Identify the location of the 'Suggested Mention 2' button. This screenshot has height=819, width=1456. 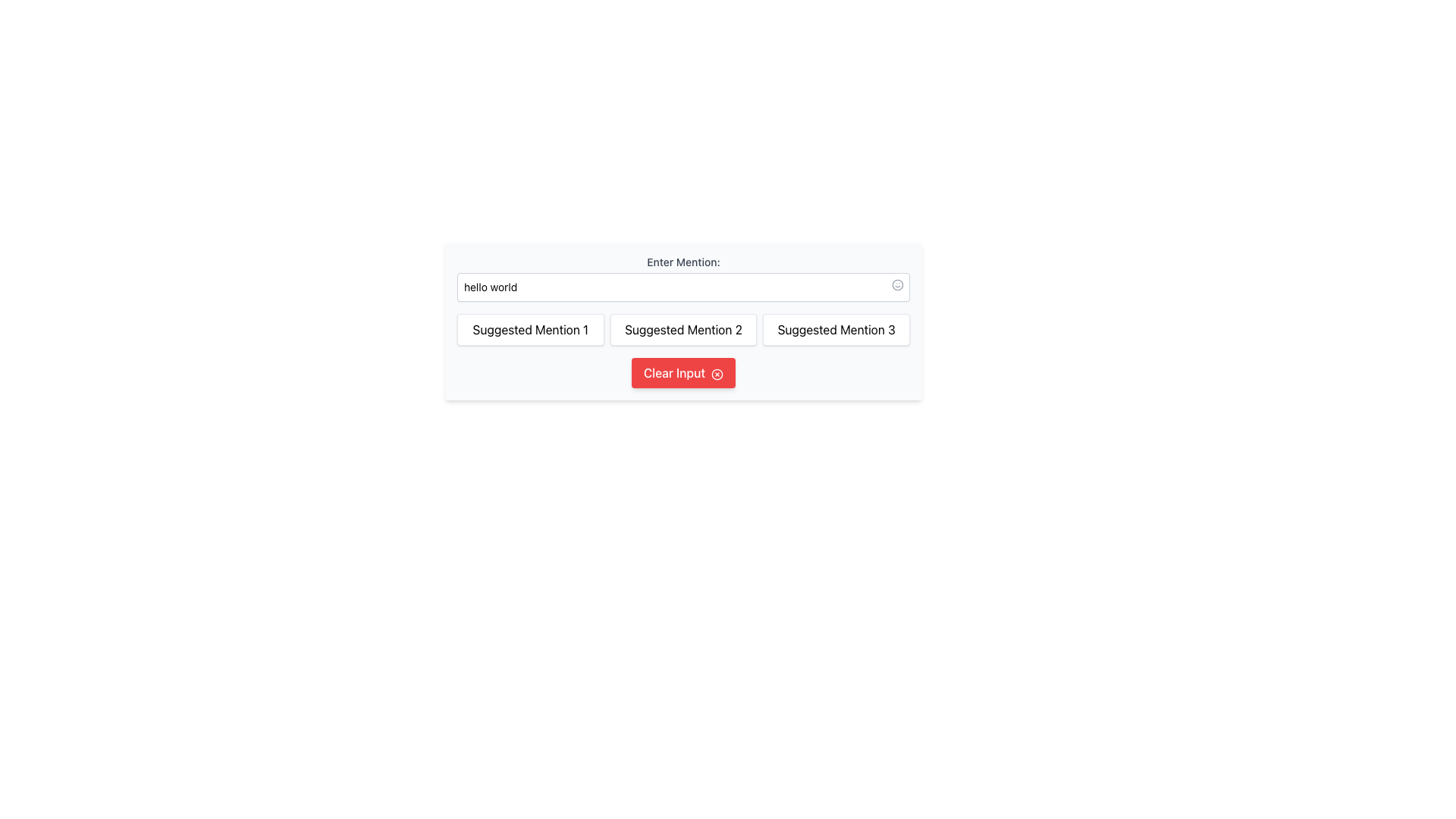
(682, 329).